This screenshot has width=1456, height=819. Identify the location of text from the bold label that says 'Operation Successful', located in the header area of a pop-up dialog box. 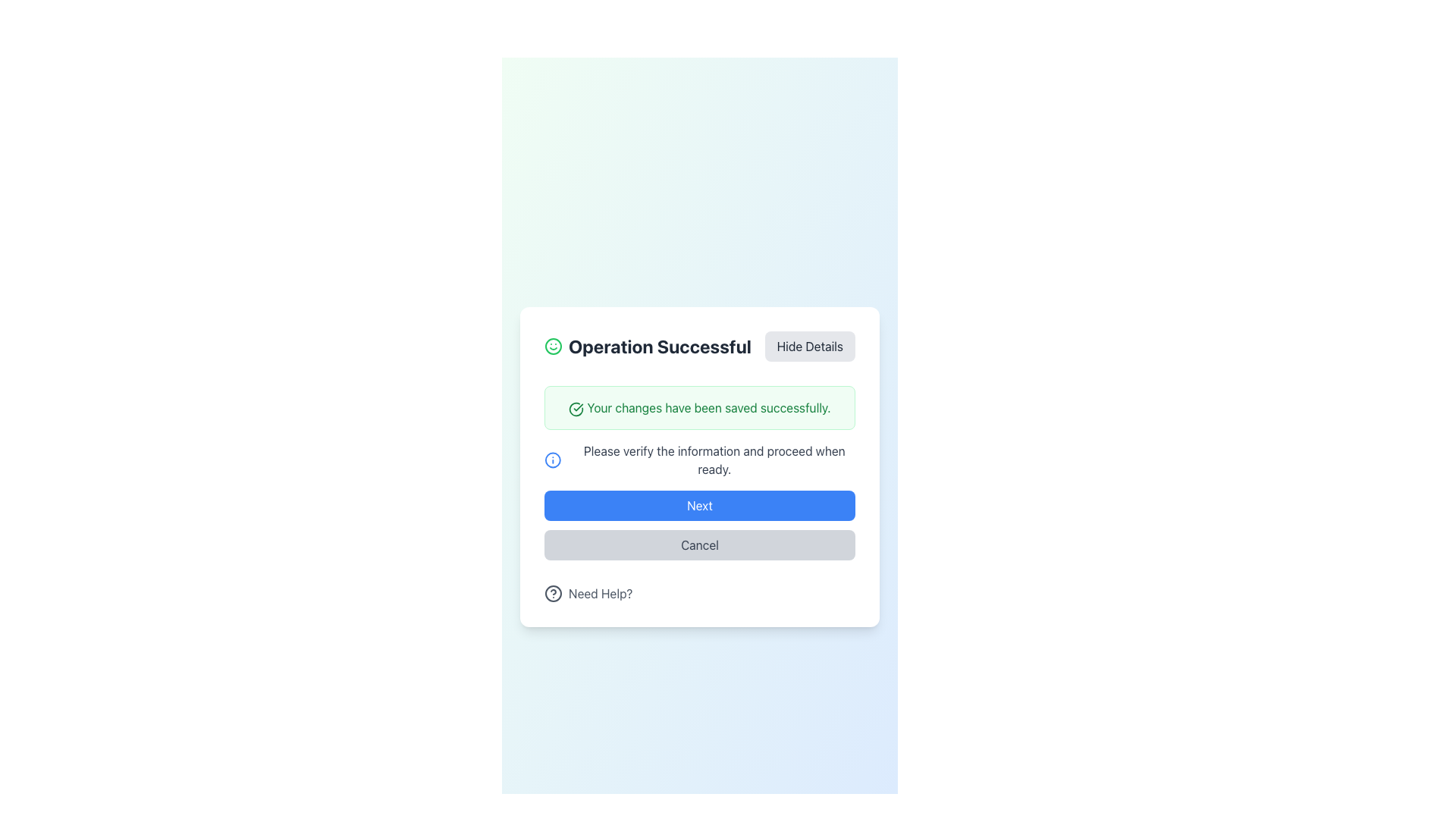
(648, 346).